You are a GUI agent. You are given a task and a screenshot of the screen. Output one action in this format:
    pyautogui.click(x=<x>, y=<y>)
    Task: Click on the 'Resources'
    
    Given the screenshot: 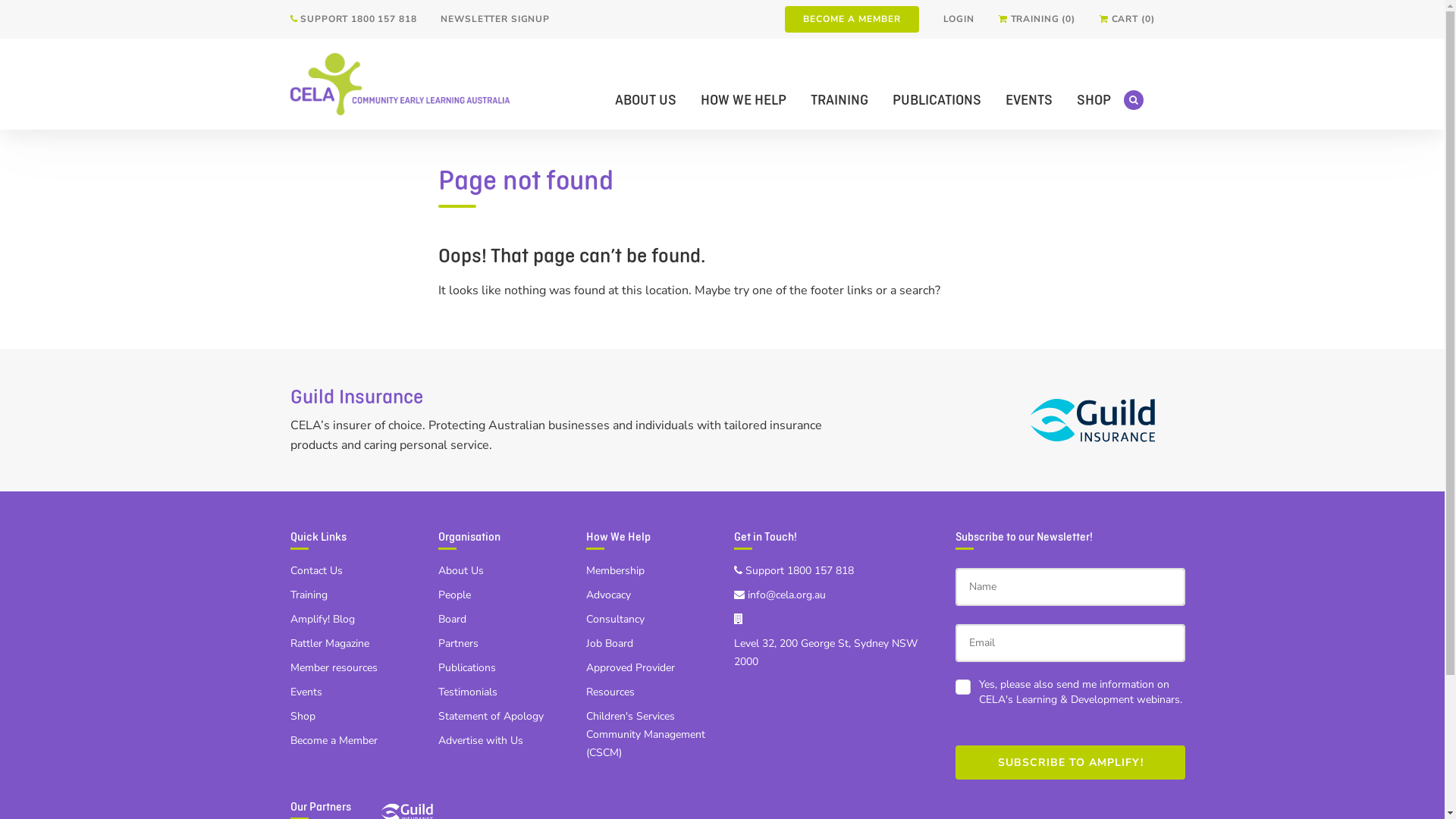 What is the action you would take?
    pyautogui.click(x=610, y=692)
    